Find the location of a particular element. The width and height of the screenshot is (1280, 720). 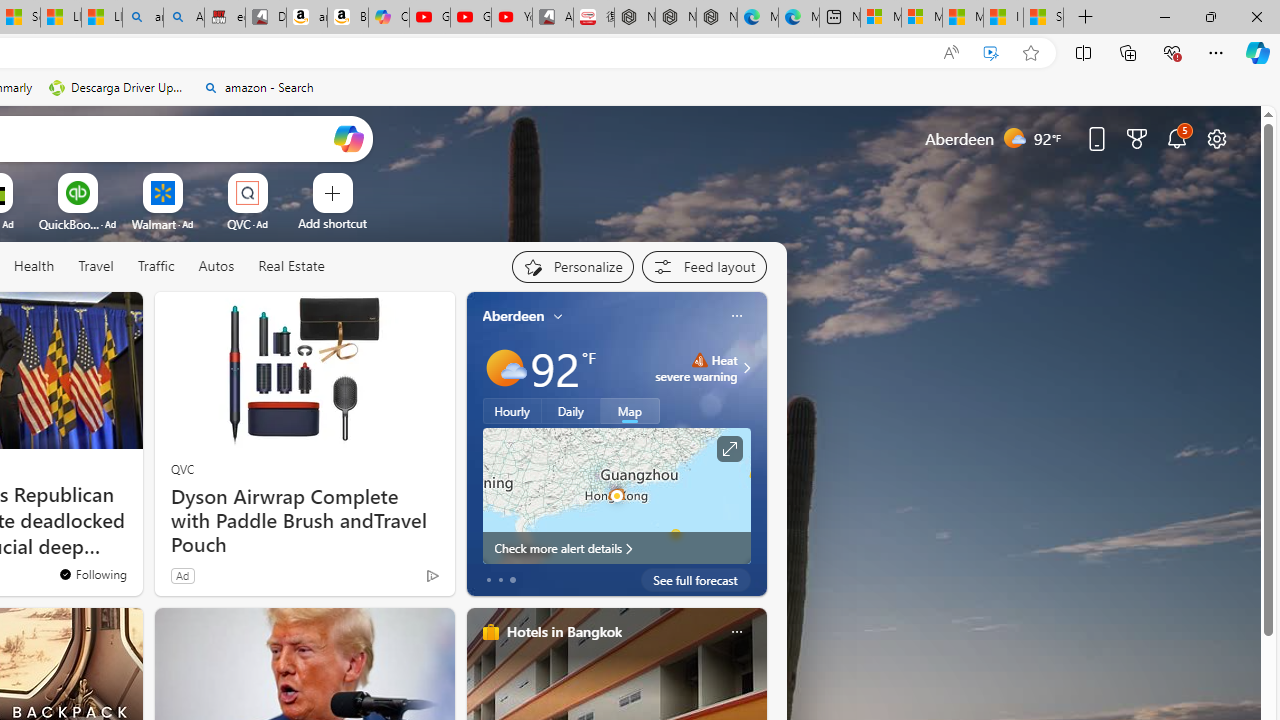

'Feed settings' is located at coordinates (704, 266).